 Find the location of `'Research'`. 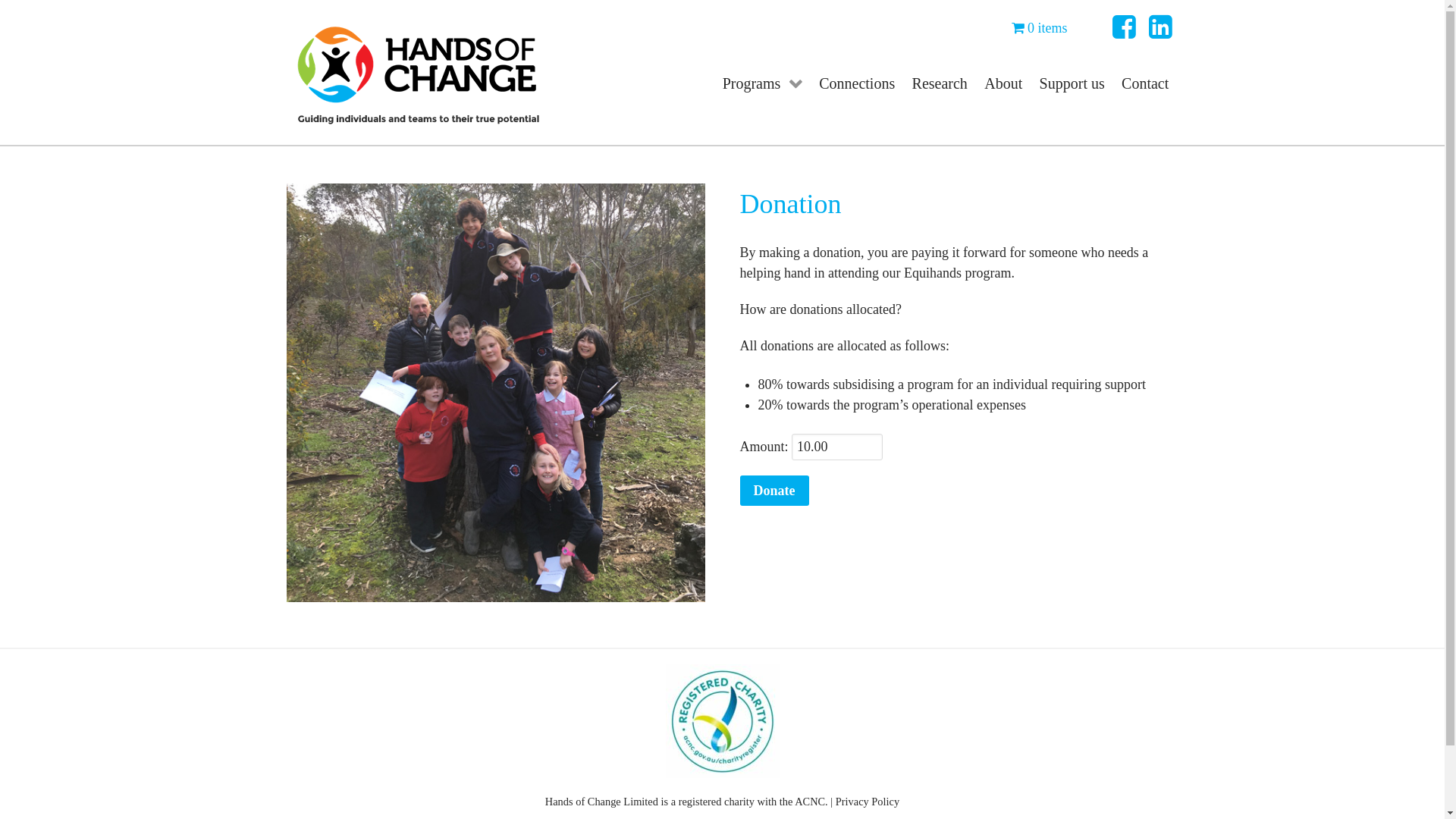

'Research' is located at coordinates (938, 82).